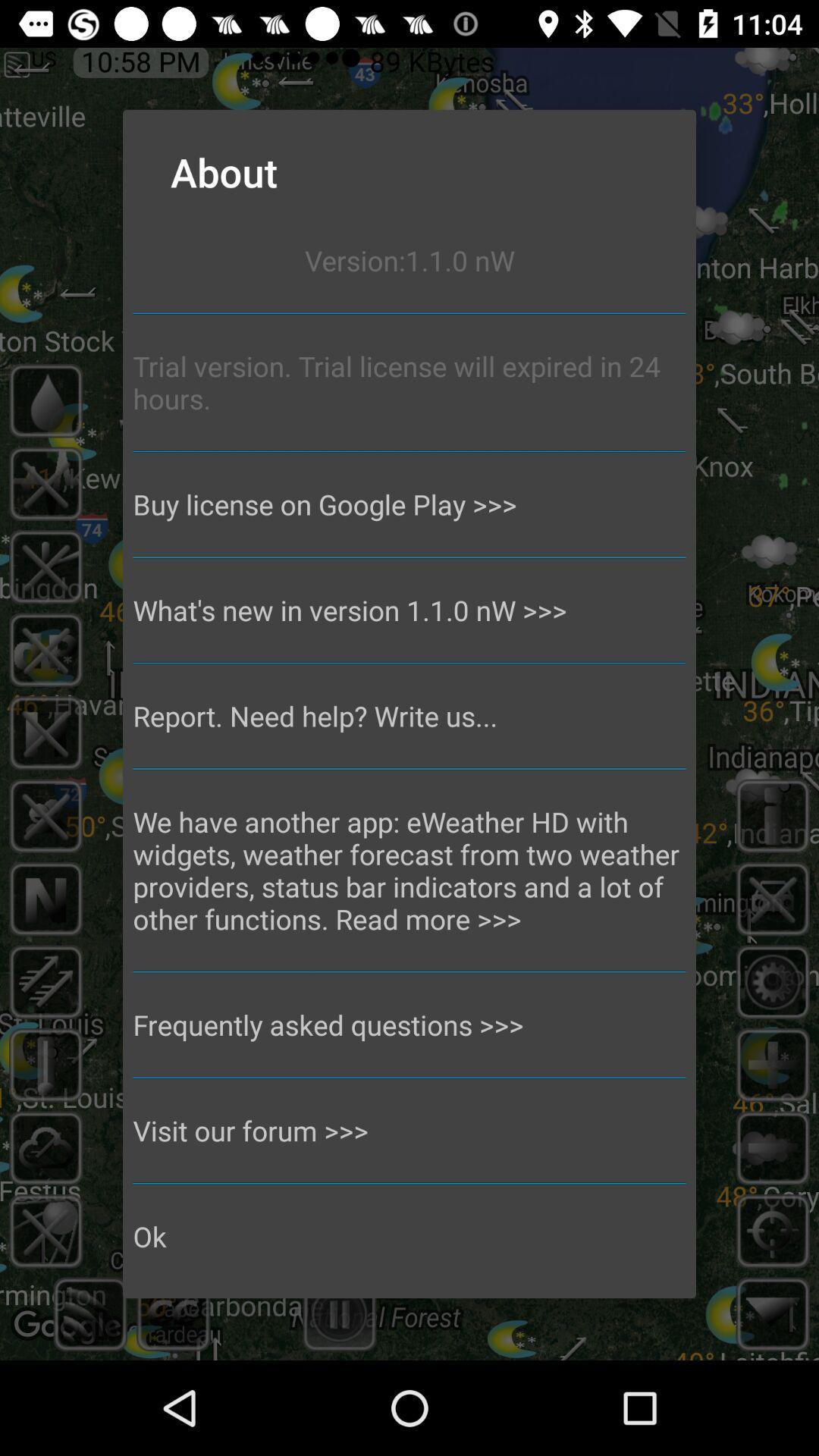  What do you see at coordinates (409, 504) in the screenshot?
I see `buy license on app` at bounding box center [409, 504].